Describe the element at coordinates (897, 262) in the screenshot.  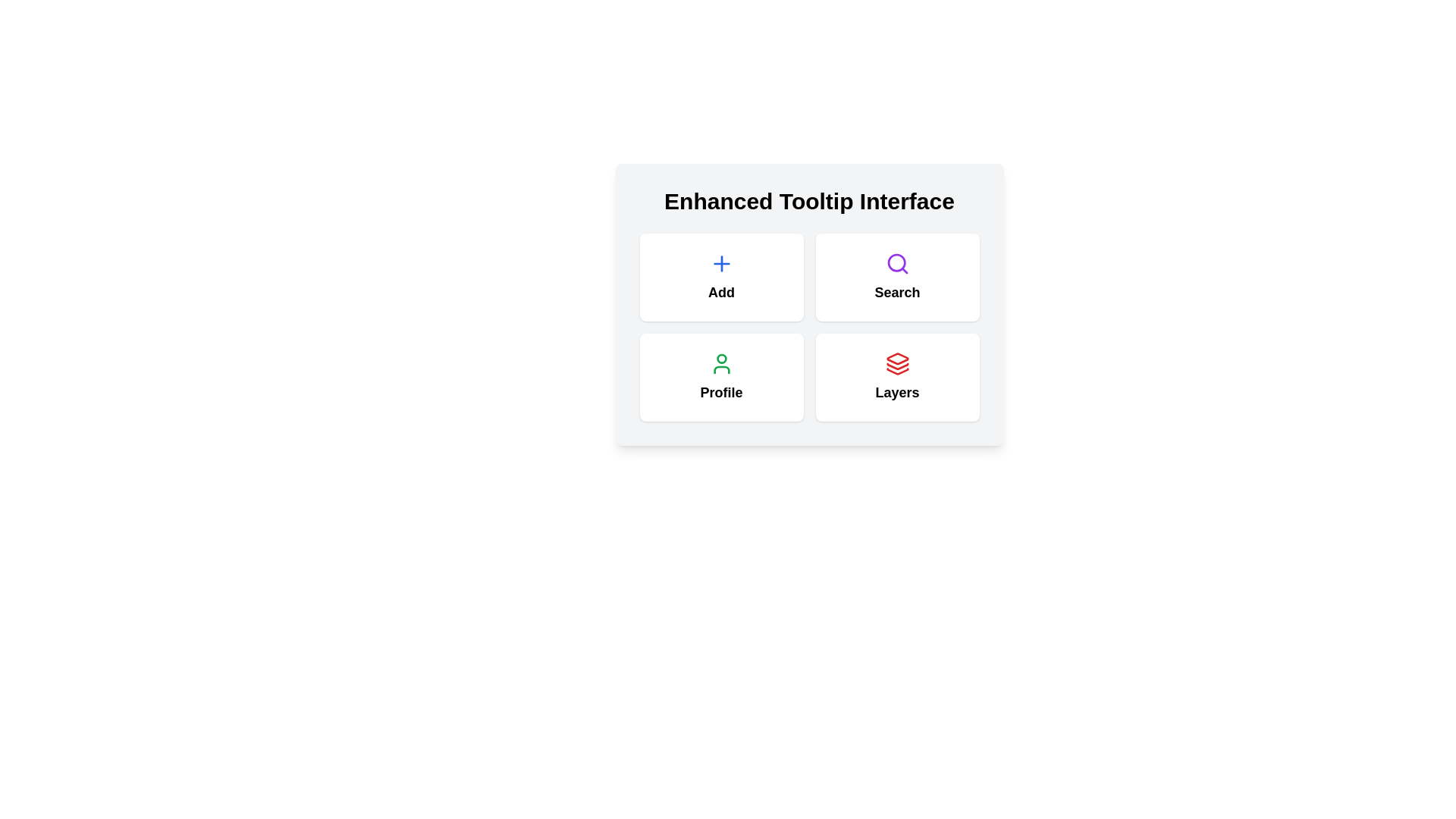
I see `the search icon (SVG) in the upper-right quadrant of the grid layout, which visually represents the search functionality and is centered above the text 'Search'` at that location.